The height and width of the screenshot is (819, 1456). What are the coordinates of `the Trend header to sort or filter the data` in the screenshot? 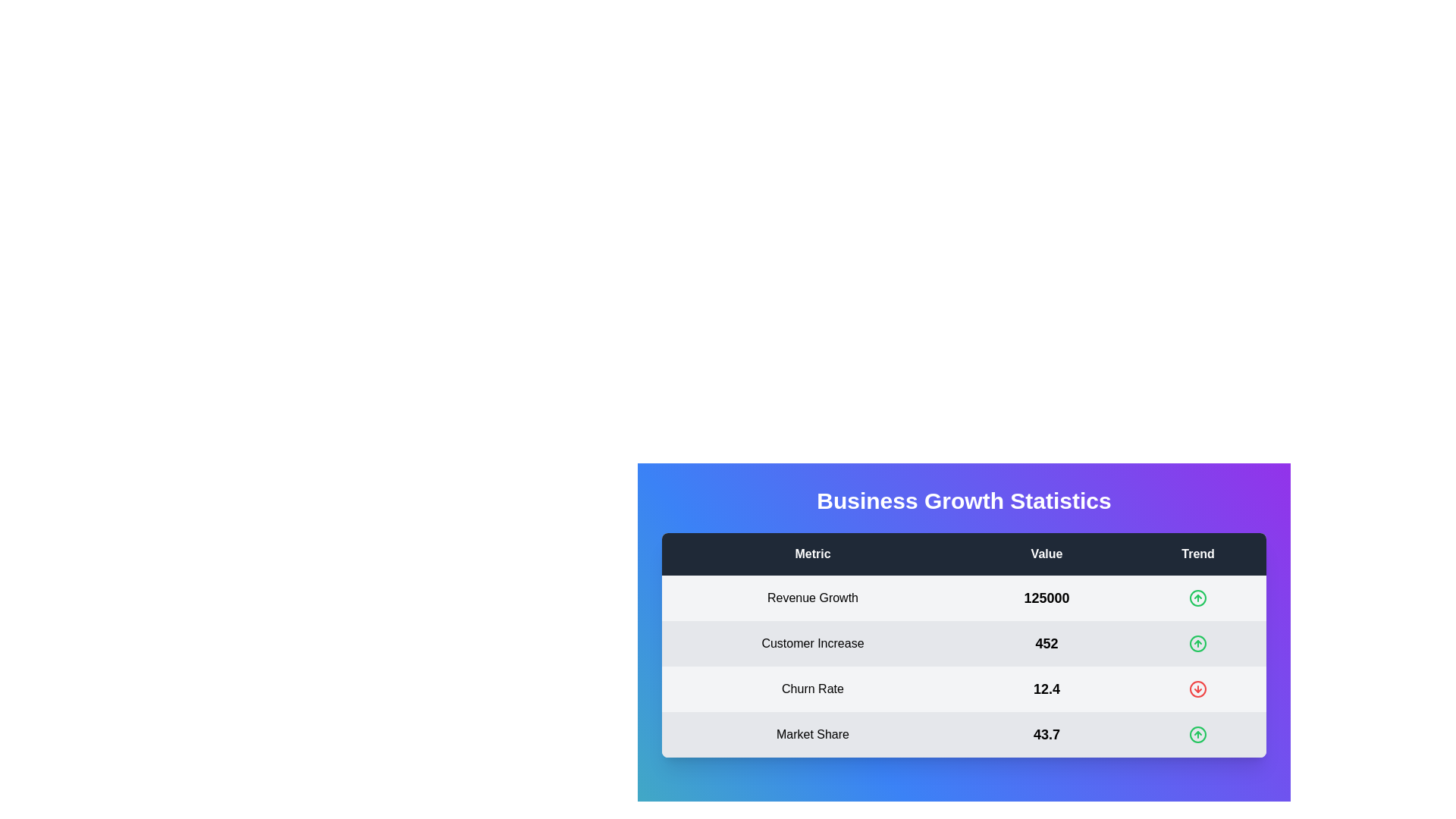 It's located at (1197, 554).